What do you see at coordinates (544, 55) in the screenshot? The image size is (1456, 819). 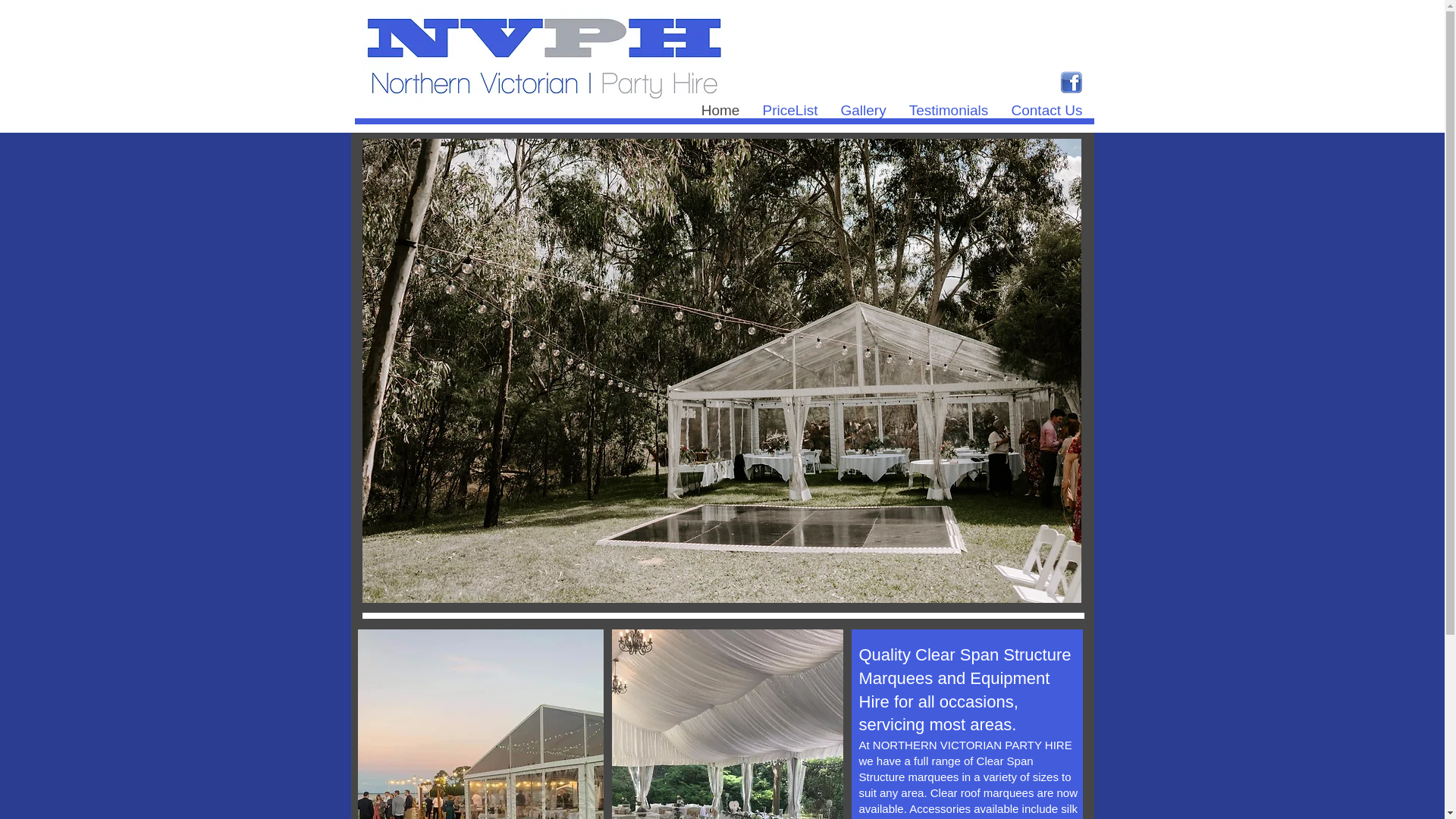 I see `'NVPH party hire marquee tables chairs, equipment rental logo'` at bounding box center [544, 55].